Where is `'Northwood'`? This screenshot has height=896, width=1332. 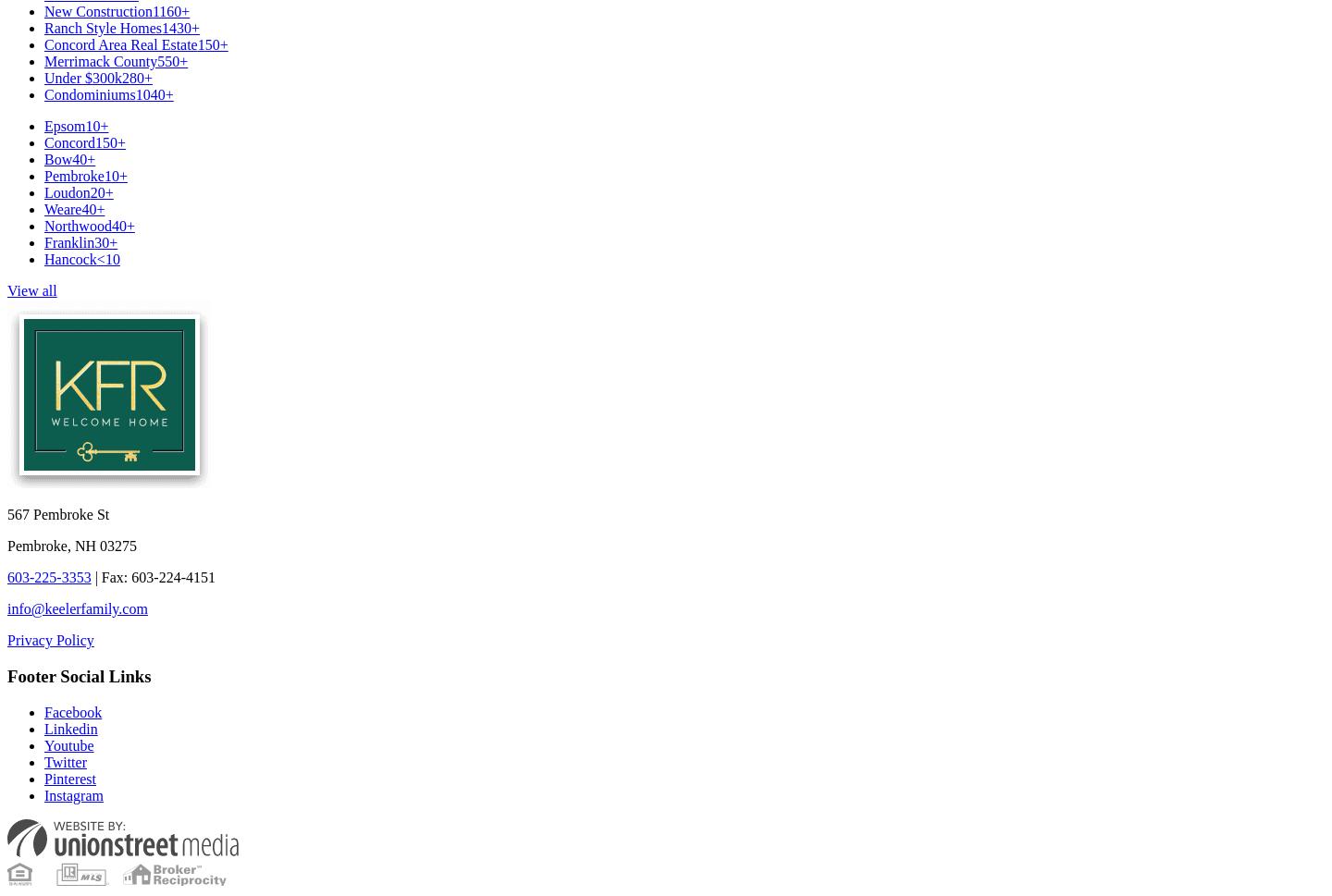
'Northwood' is located at coordinates (77, 225).